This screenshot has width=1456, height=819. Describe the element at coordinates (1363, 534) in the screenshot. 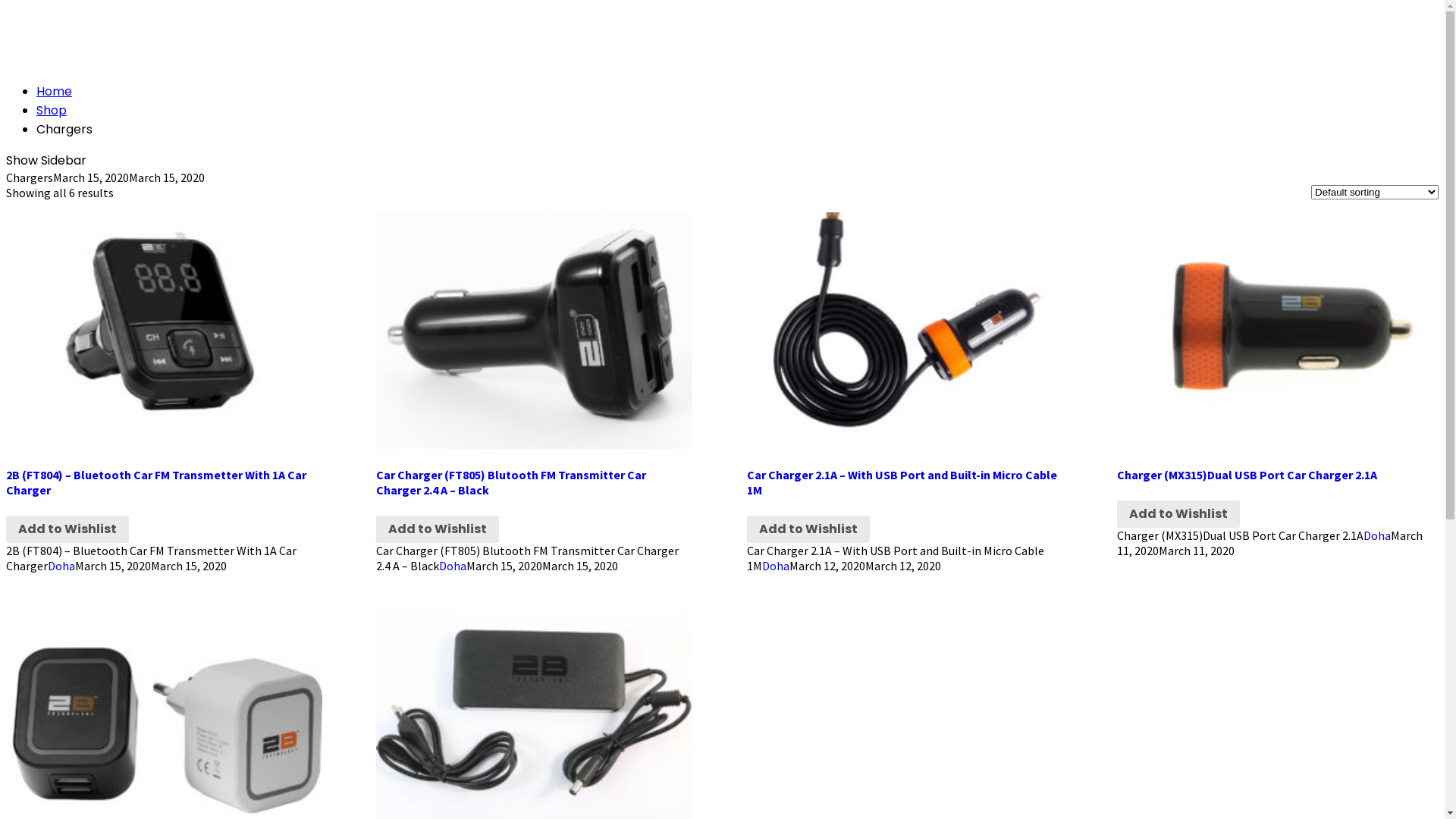

I see `'Doha'` at that location.